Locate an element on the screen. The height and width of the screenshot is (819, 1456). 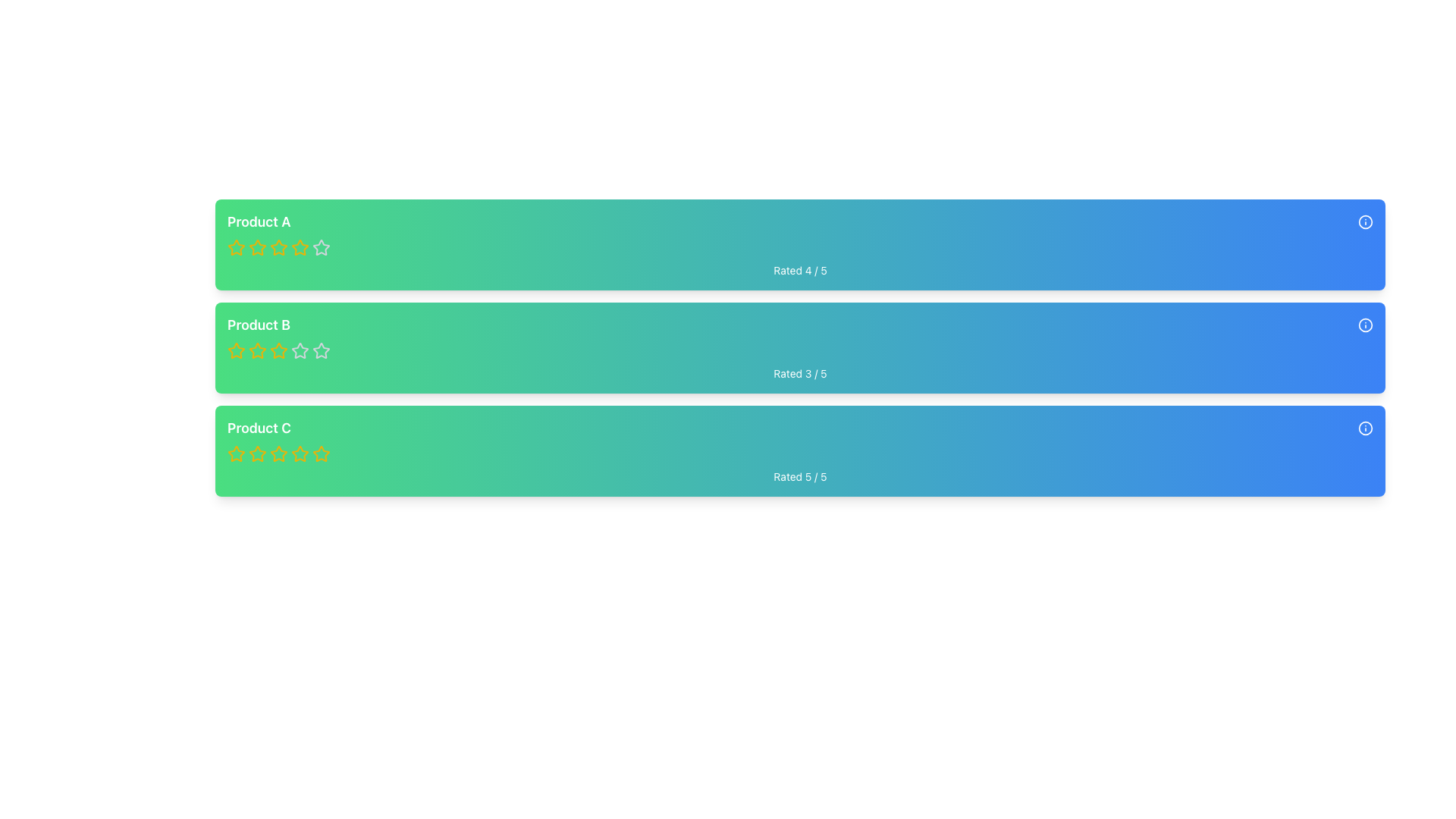
the first star-shaped icon with a yellow border in the rating system for Product C, located in the bottom product panel is located at coordinates (258, 453).